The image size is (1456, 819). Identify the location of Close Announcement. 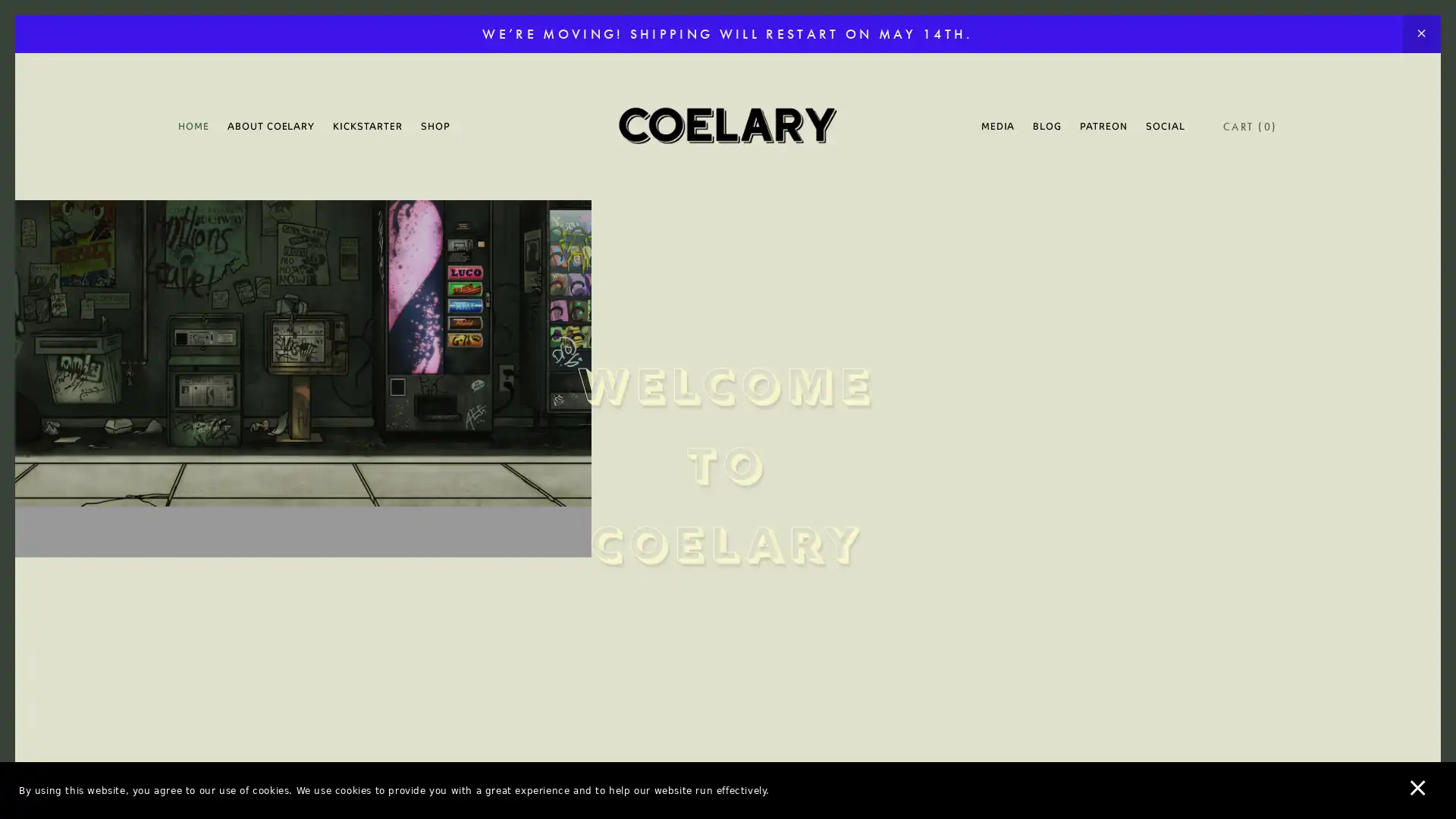
(1420, 34).